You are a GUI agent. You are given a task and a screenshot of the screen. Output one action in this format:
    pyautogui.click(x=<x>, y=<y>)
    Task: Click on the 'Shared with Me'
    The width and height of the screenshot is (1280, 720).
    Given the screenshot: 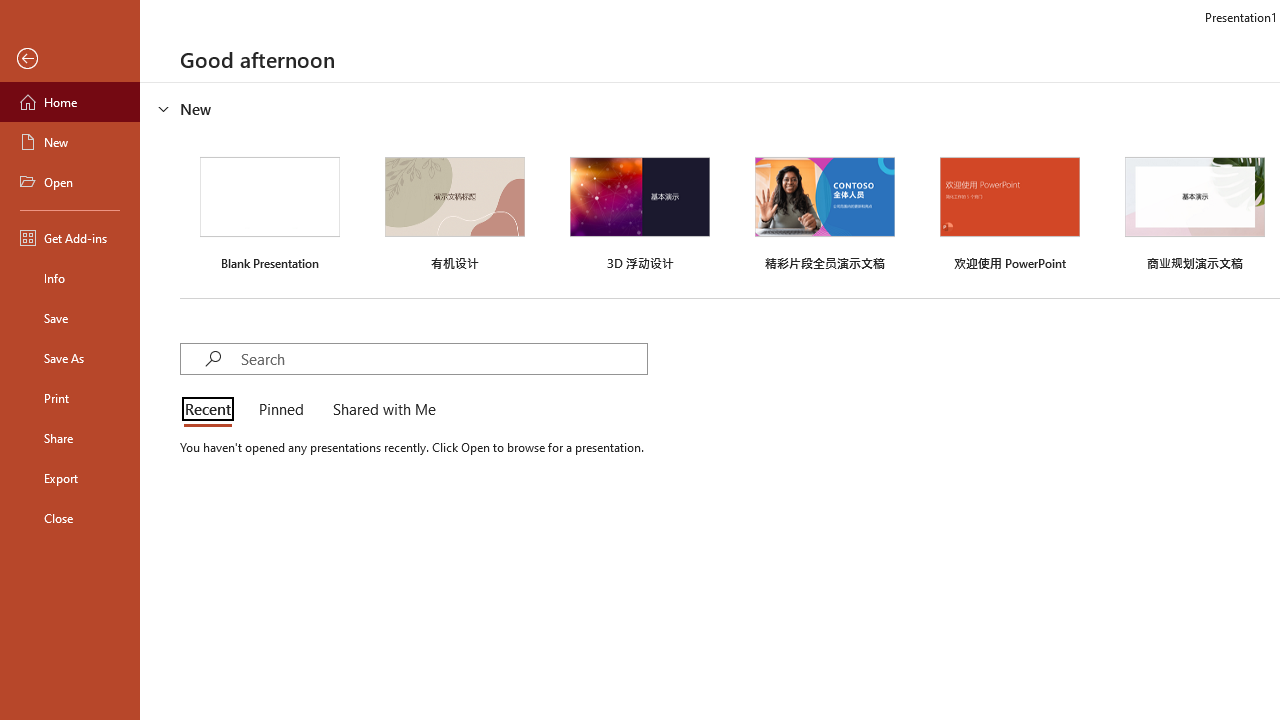 What is the action you would take?
    pyautogui.click(x=380, y=410)
    